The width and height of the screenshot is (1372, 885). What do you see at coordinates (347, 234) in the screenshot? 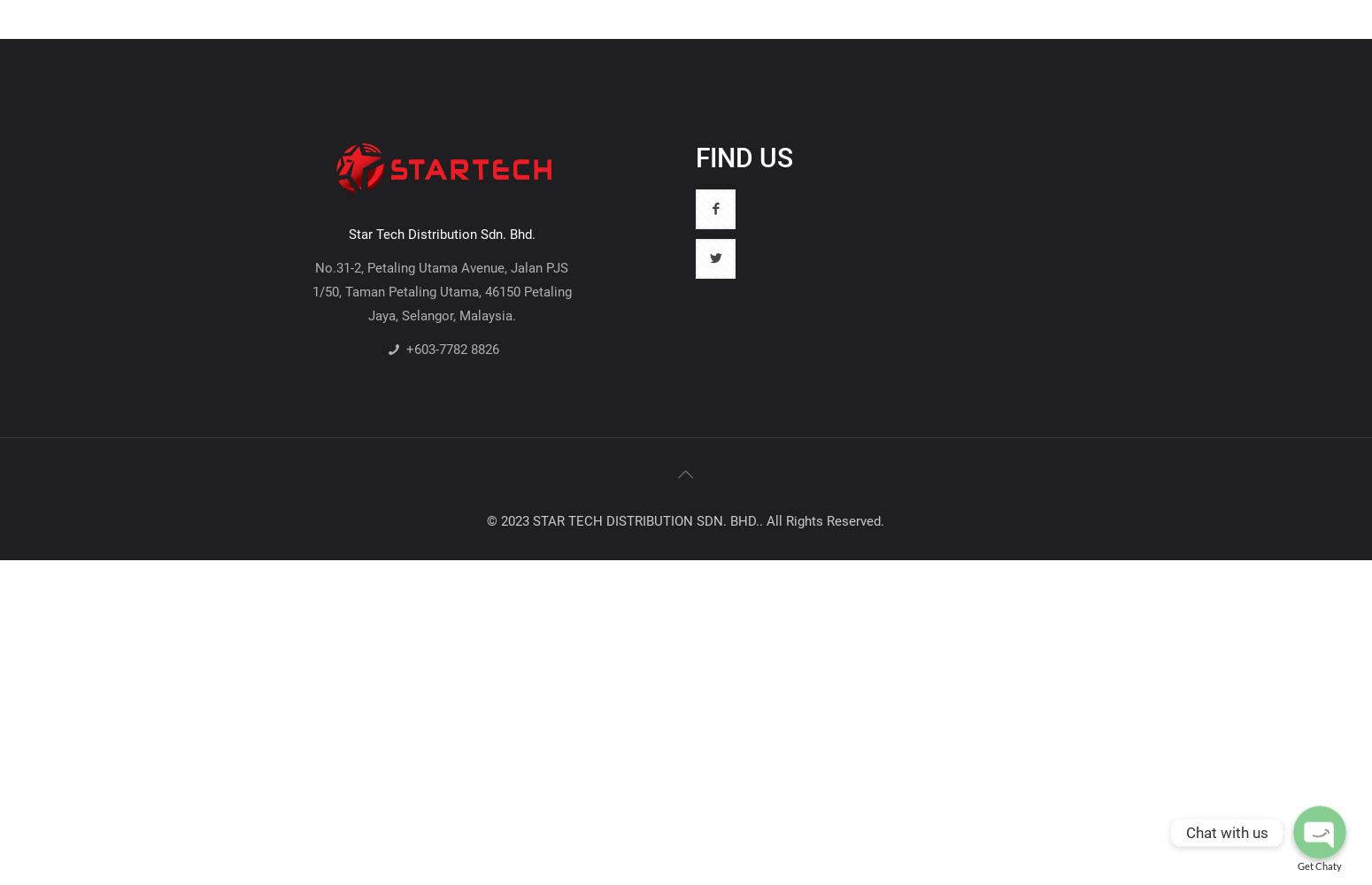
I see `'Star Tech Distribution Sdn. Bhd.'` at bounding box center [347, 234].